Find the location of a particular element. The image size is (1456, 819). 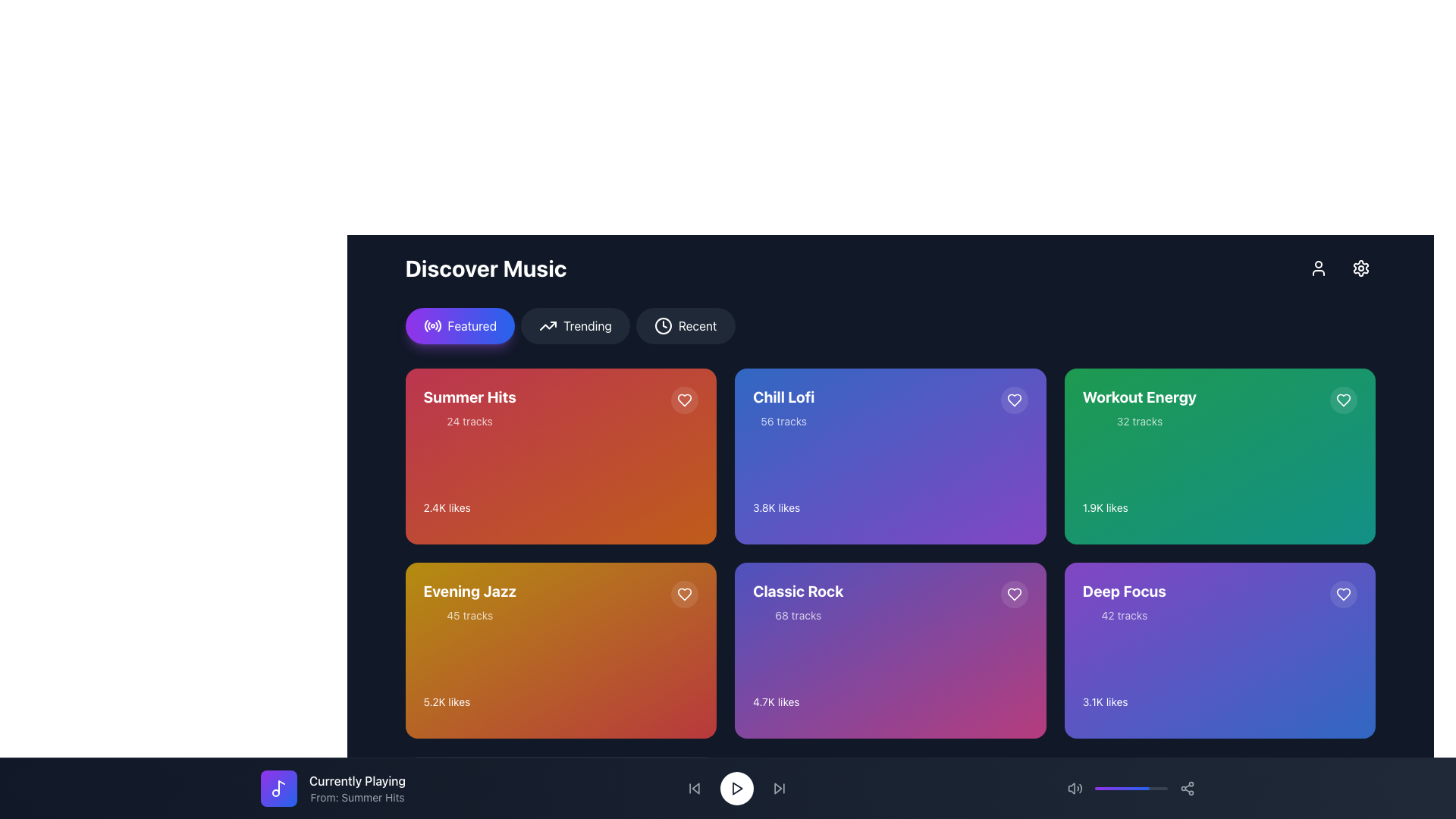

the leftward pointing arrowhead icon in the navigation bar, which functions is located at coordinates (695, 788).